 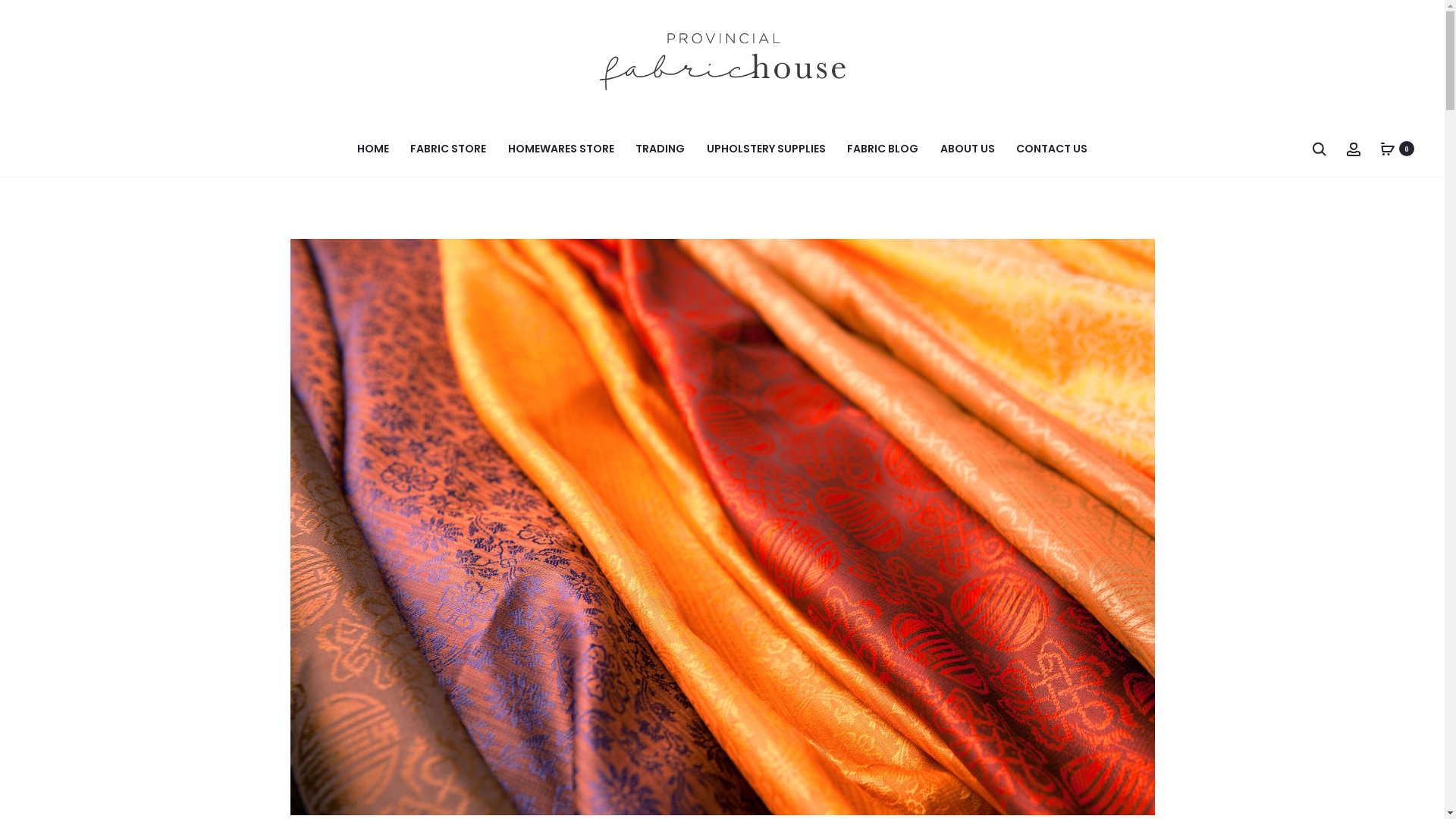 What do you see at coordinates (372, 149) in the screenshot?
I see `'HOME'` at bounding box center [372, 149].